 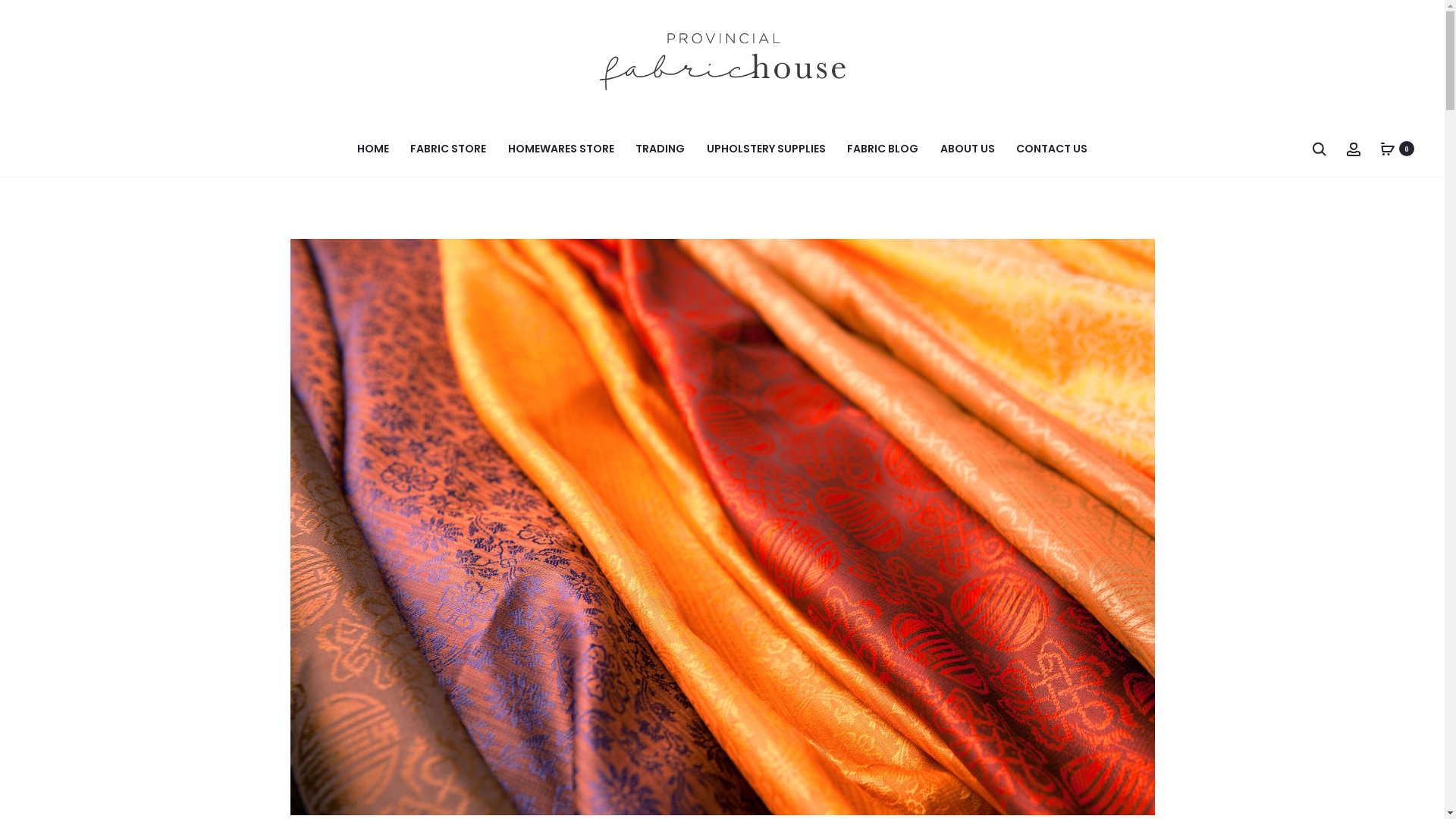 What do you see at coordinates (372, 149) in the screenshot?
I see `'HOME'` at bounding box center [372, 149].